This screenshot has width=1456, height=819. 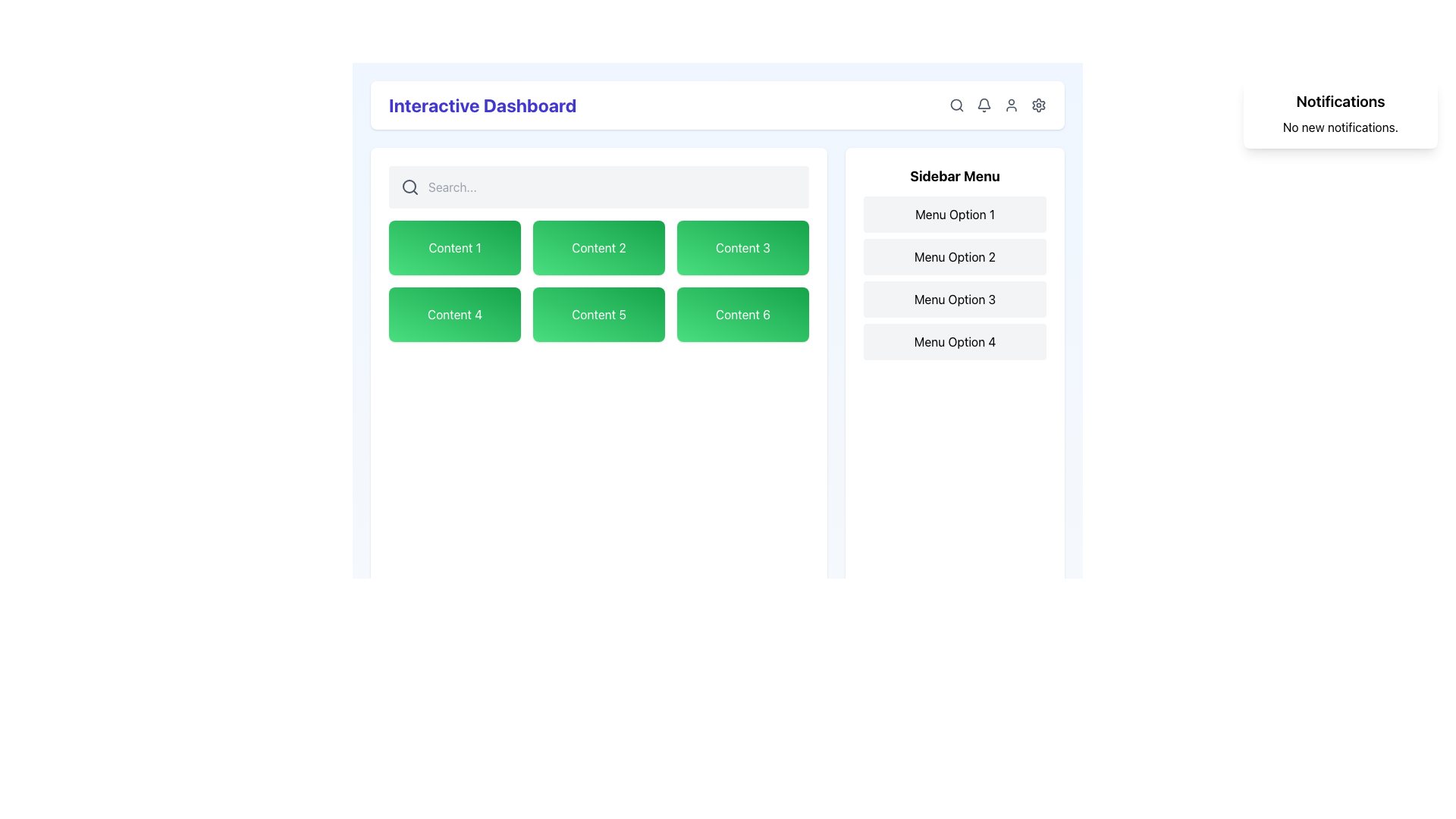 What do you see at coordinates (956, 104) in the screenshot?
I see `the search icon button, which is the first icon in the top navigation bar represented by a magnifying glass, to initiate a search action` at bounding box center [956, 104].